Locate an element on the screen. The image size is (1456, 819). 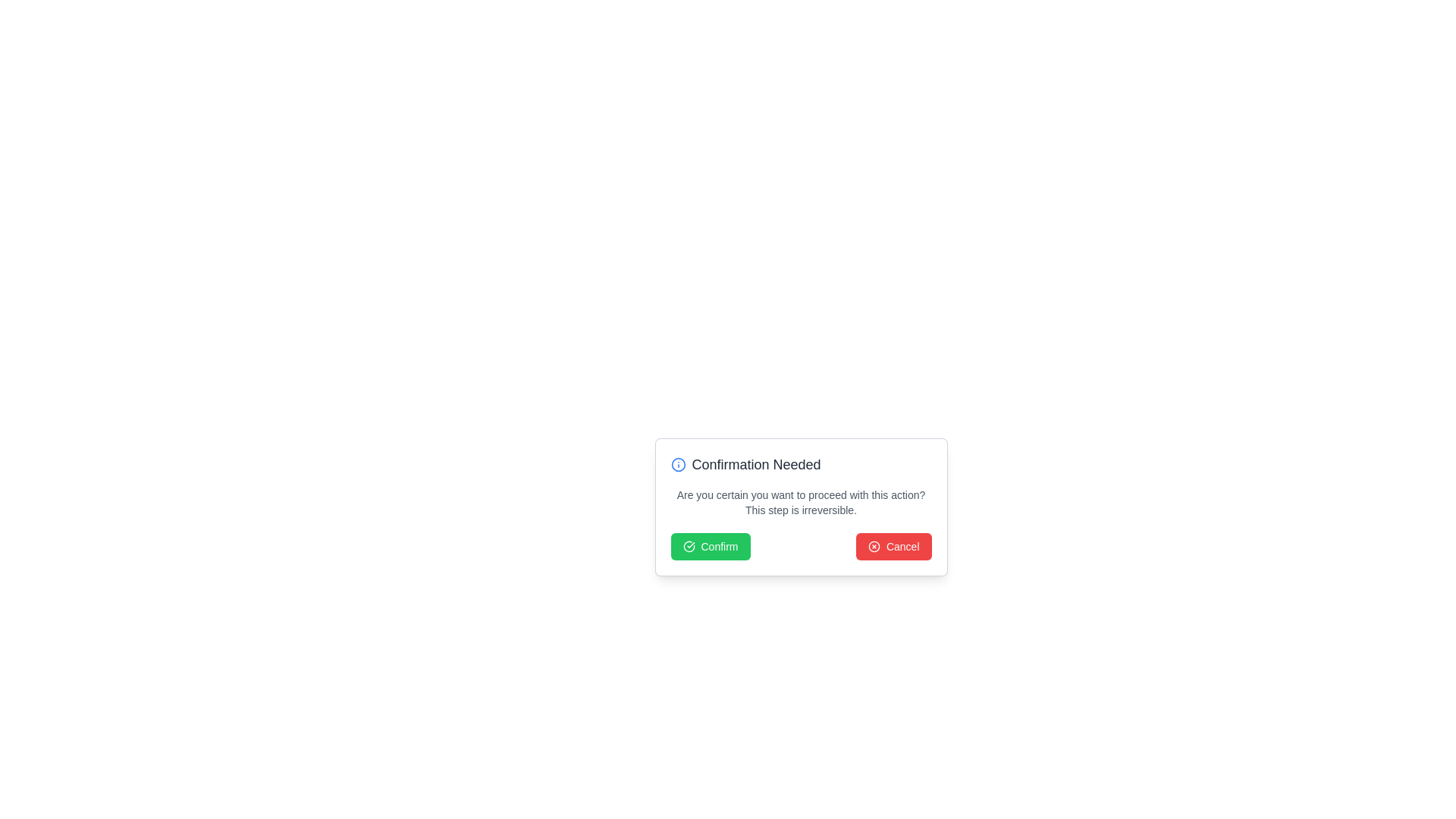
the SVG graphical element that is part of a larger icon, located at the center of a modal dialog in the top-left corner of the informational message is located at coordinates (874, 547).